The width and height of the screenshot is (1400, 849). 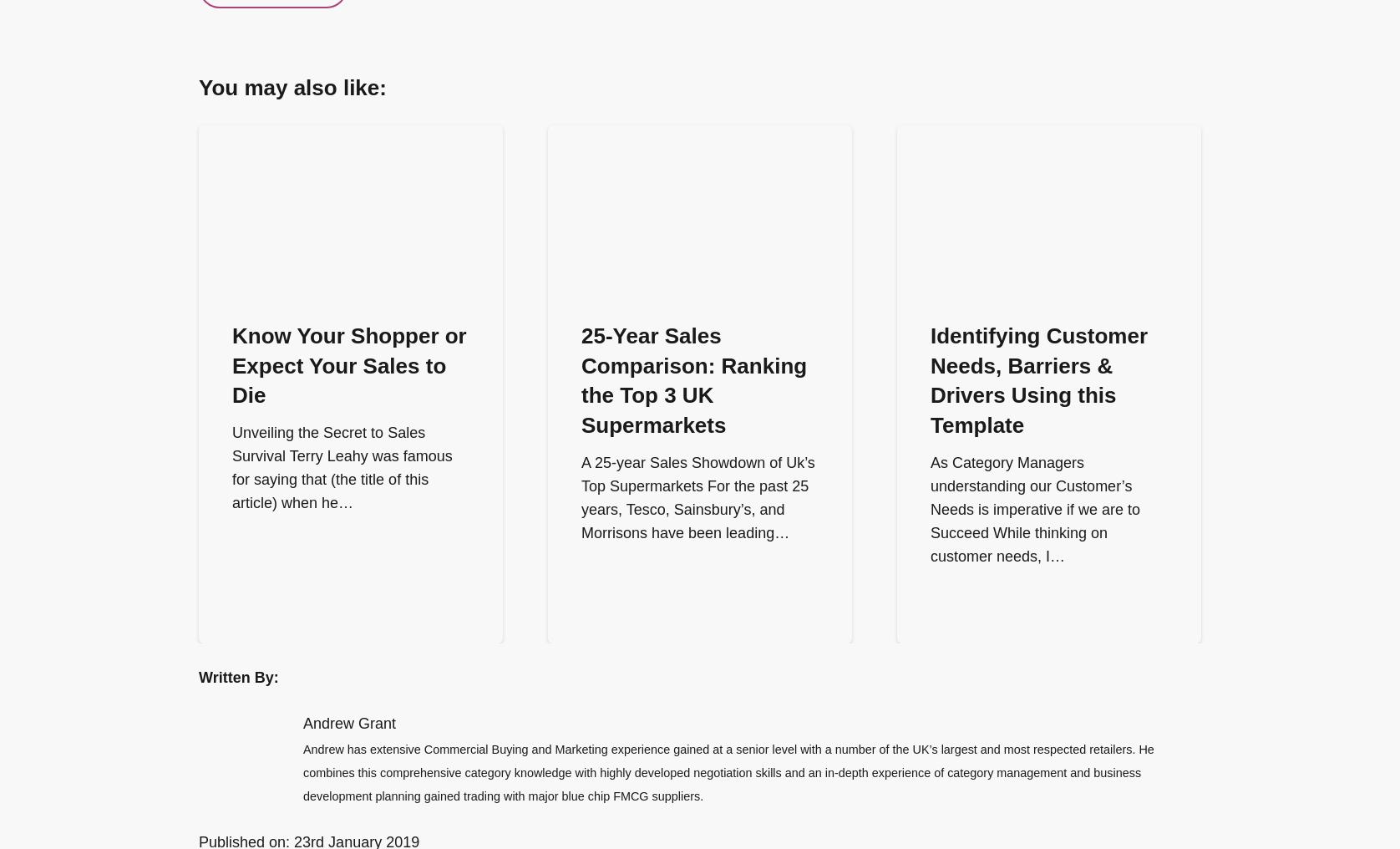 What do you see at coordinates (697, 497) in the screenshot?
I see `'A 25-year Sales Showdown of Uk’s Top Supermarkets For the past 25 years, Tesco, Sainsbury’s, and Morrisons have been leading…'` at bounding box center [697, 497].